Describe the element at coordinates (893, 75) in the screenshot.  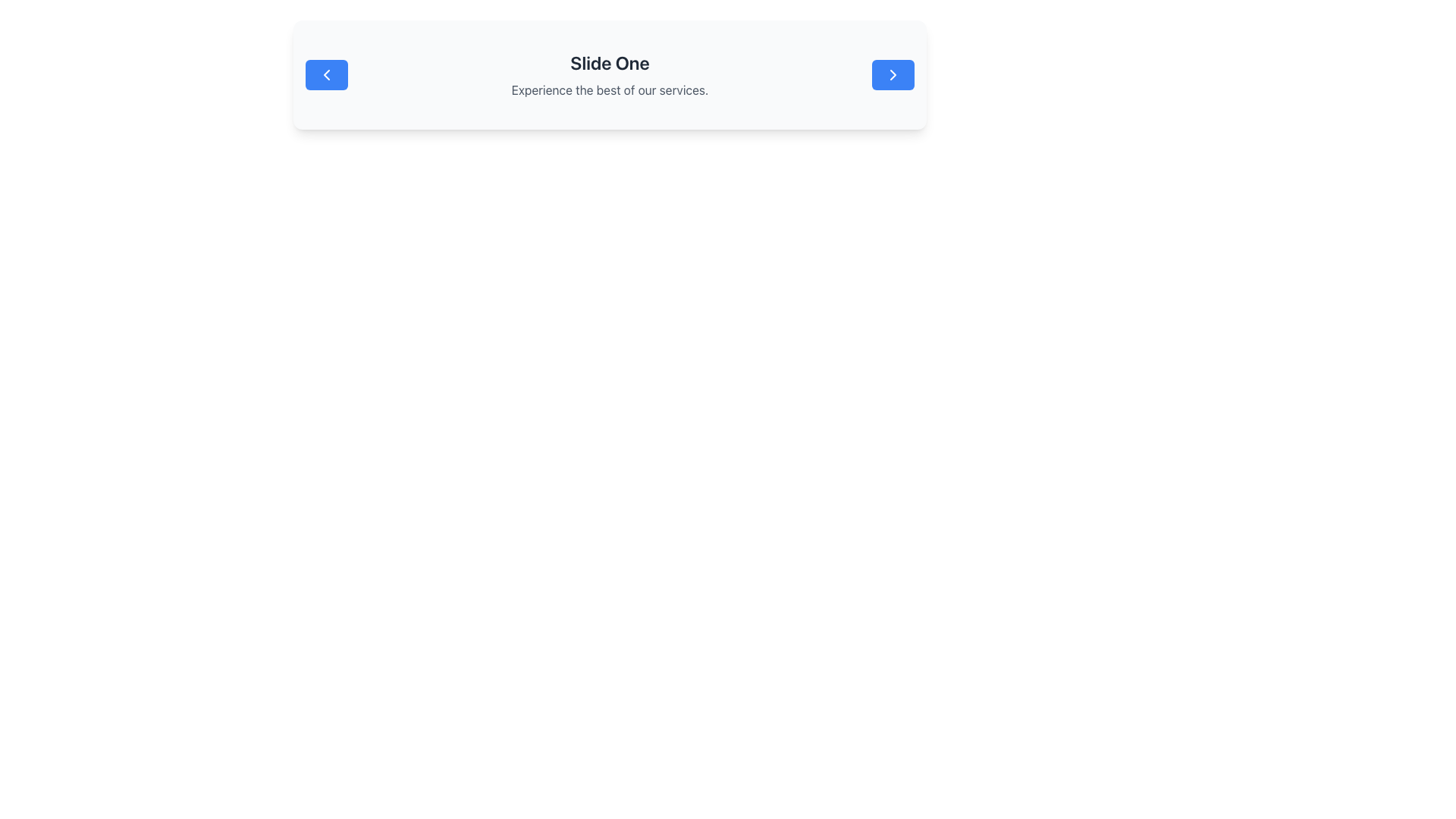
I see `the forward-moving icon located inside the blue button on the right side of the header` at that location.